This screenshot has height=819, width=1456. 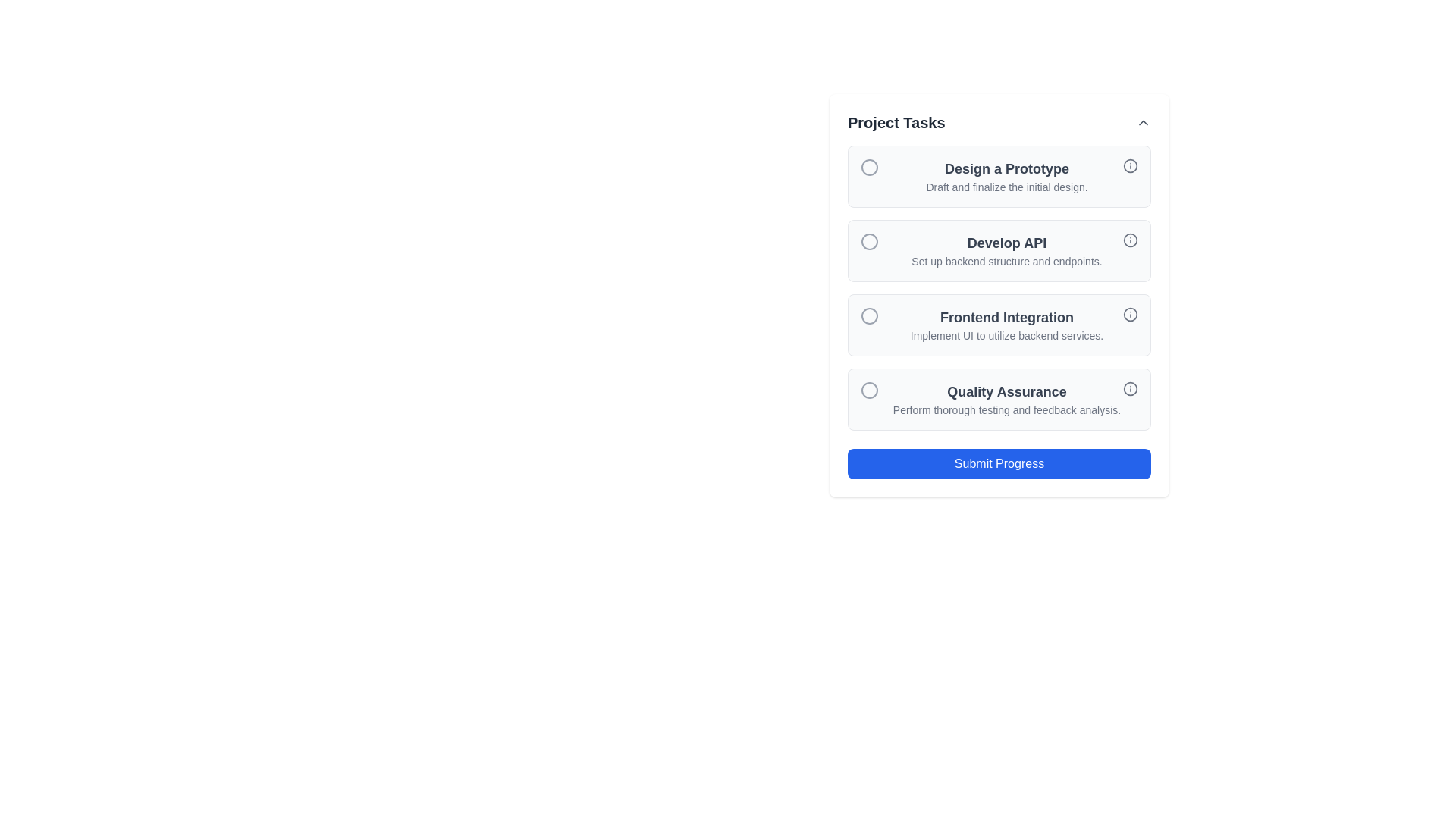 I want to click on the circular indicator next to the 'Quality Assurance' task to trigger a tooltip or hover effect, so click(x=870, y=390).